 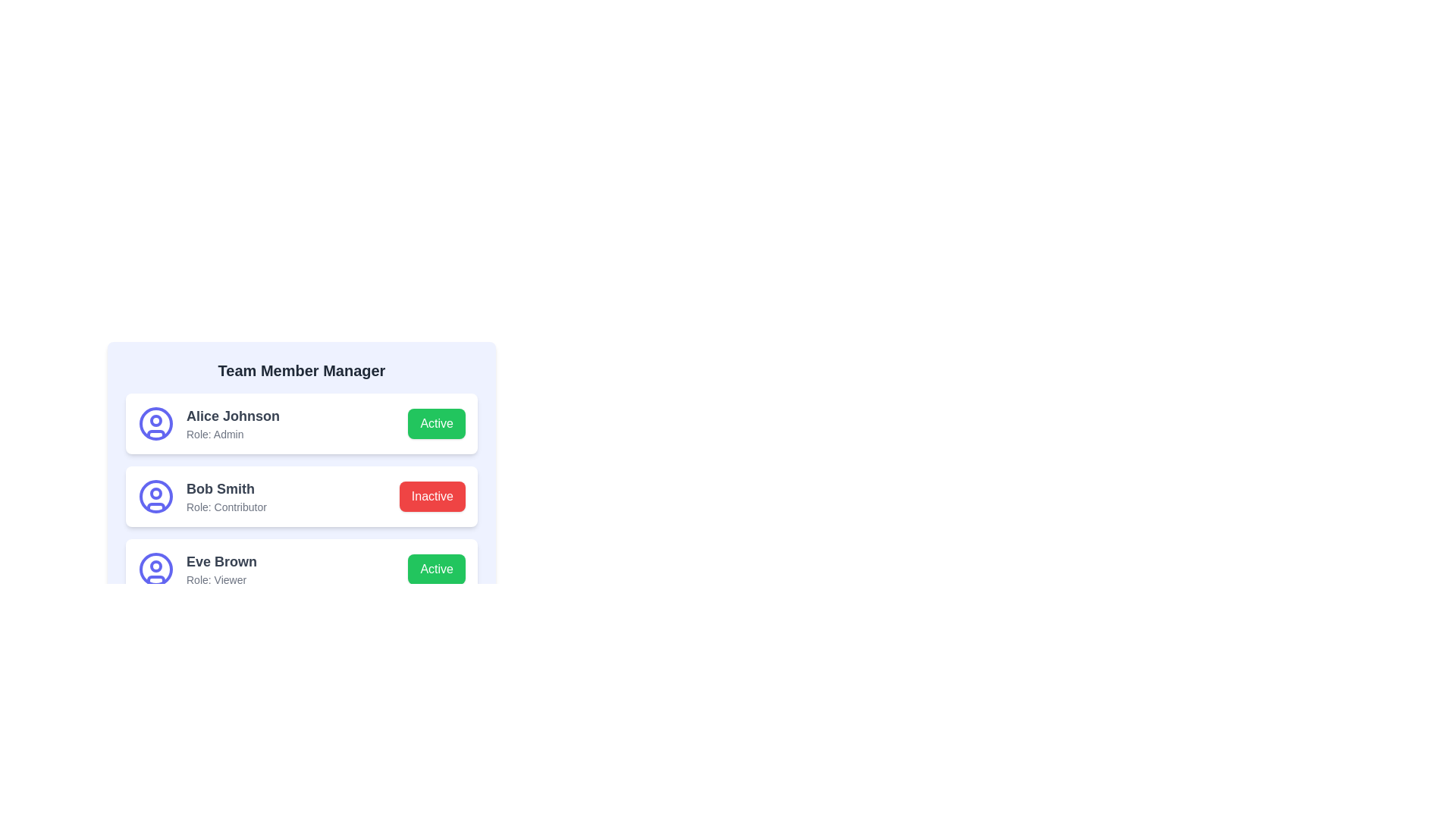 I want to click on the status button within the 'Team Member Manager' card, which has a light blue background and contains team member sections, so click(x=302, y=479).